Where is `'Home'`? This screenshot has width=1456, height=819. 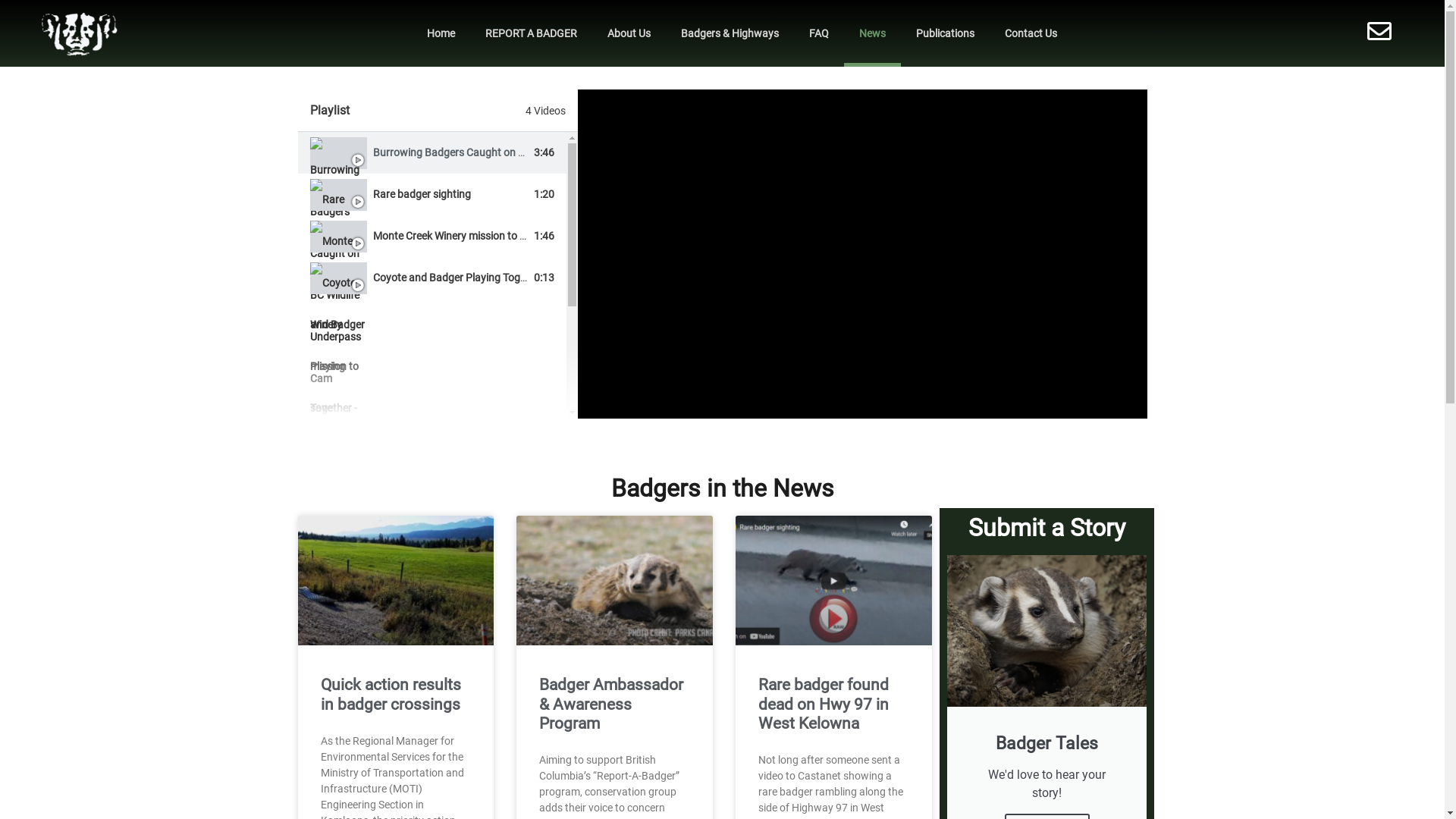 'Home' is located at coordinates (440, 33).